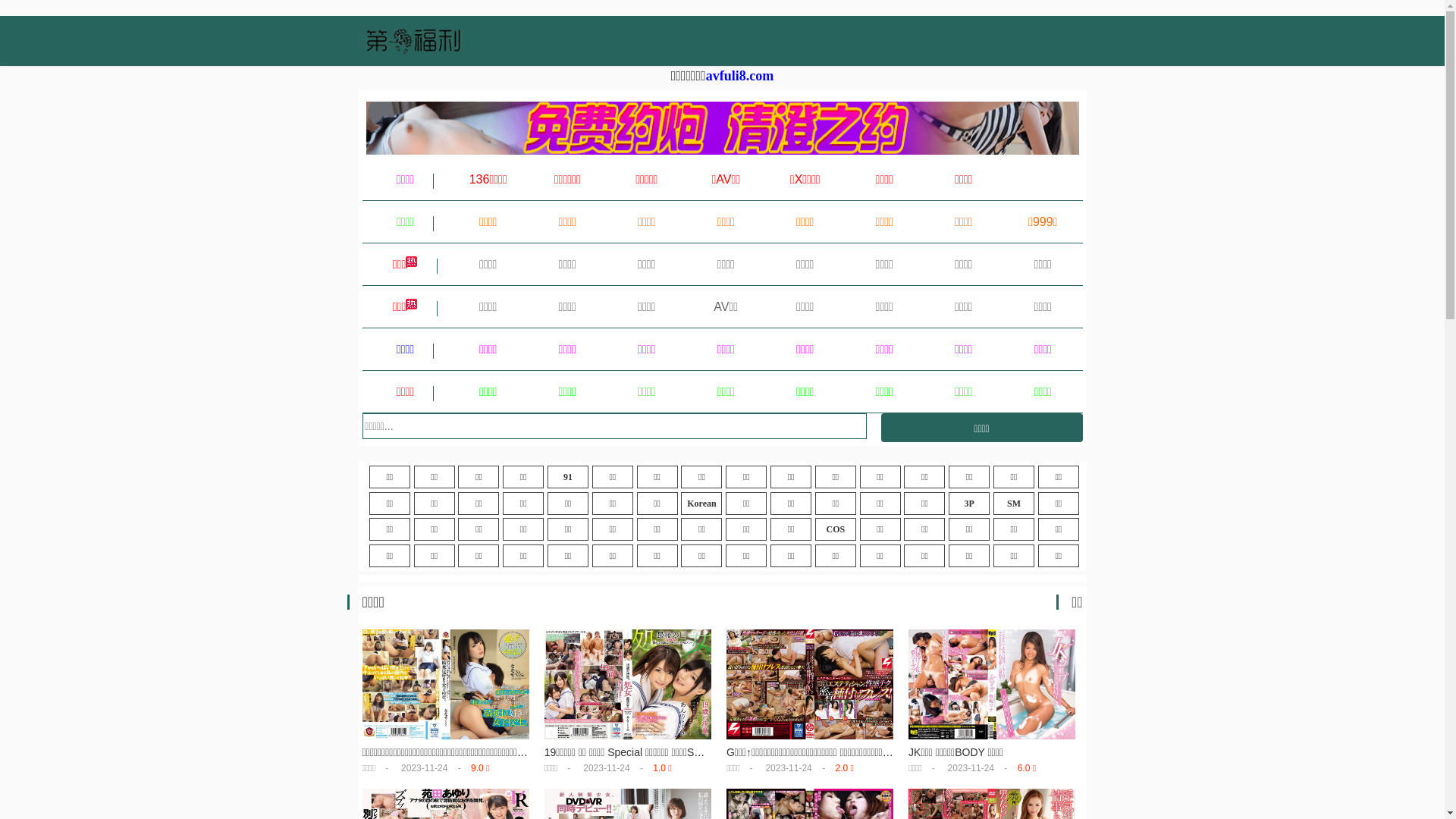 The height and width of the screenshot is (819, 1456). I want to click on '91', so click(566, 475).